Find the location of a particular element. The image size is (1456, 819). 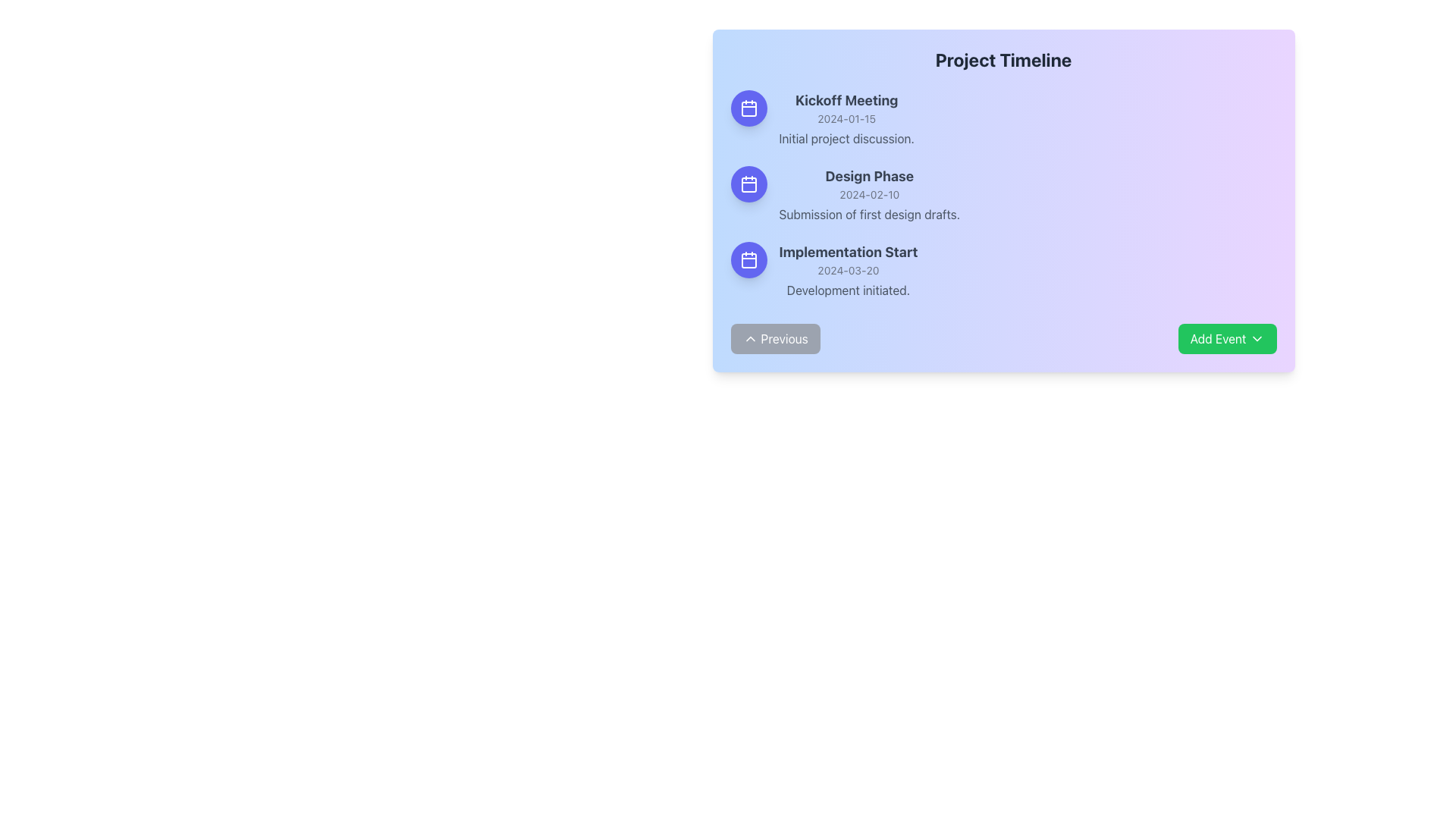

the text element reading 'Development initiated.' which is positioned below the date '2024-03-20' in the 'Implementation Start' section of the project timeline card is located at coordinates (847, 290).